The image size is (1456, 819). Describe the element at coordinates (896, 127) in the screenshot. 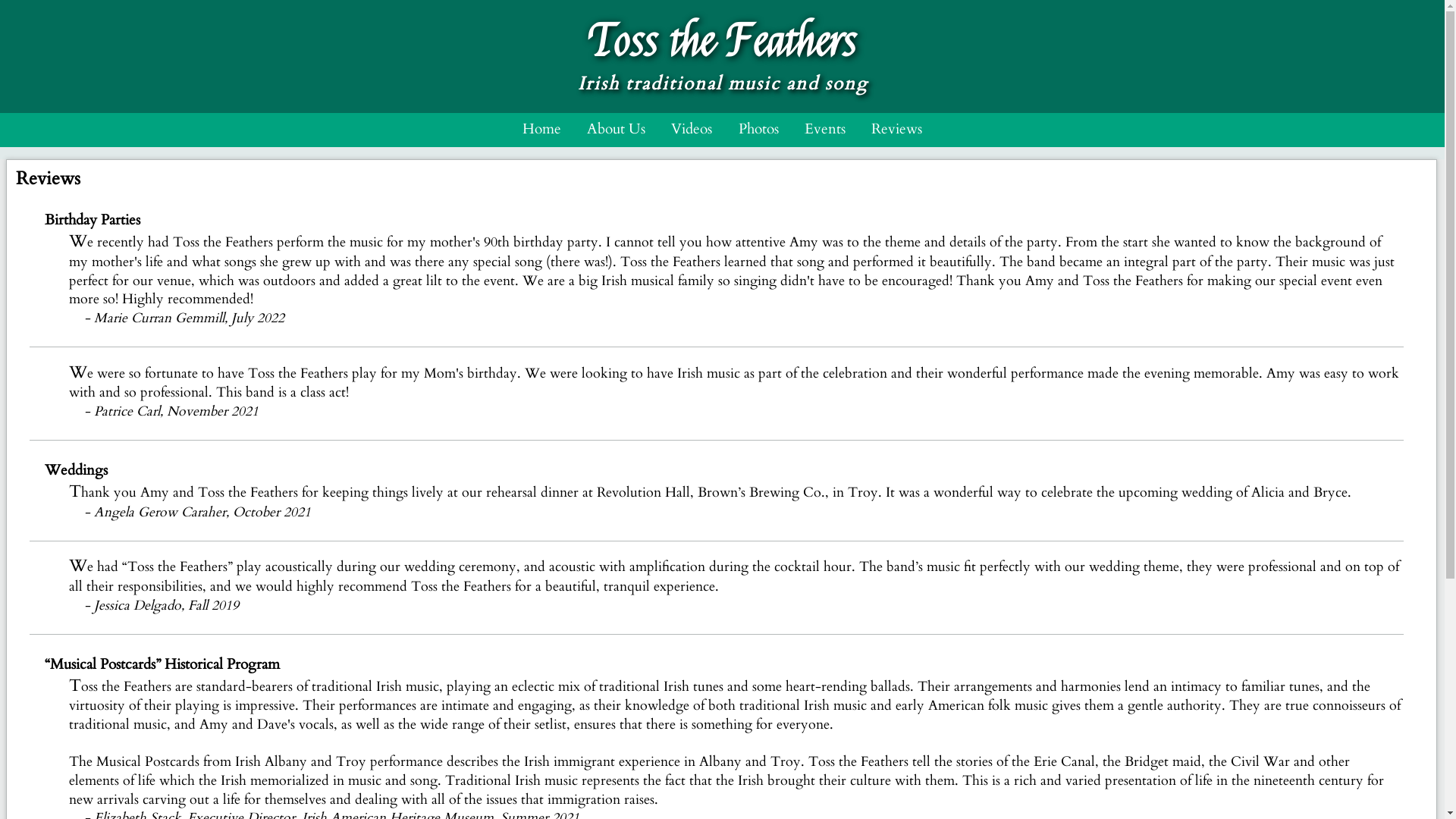

I see `'Reviews'` at that location.